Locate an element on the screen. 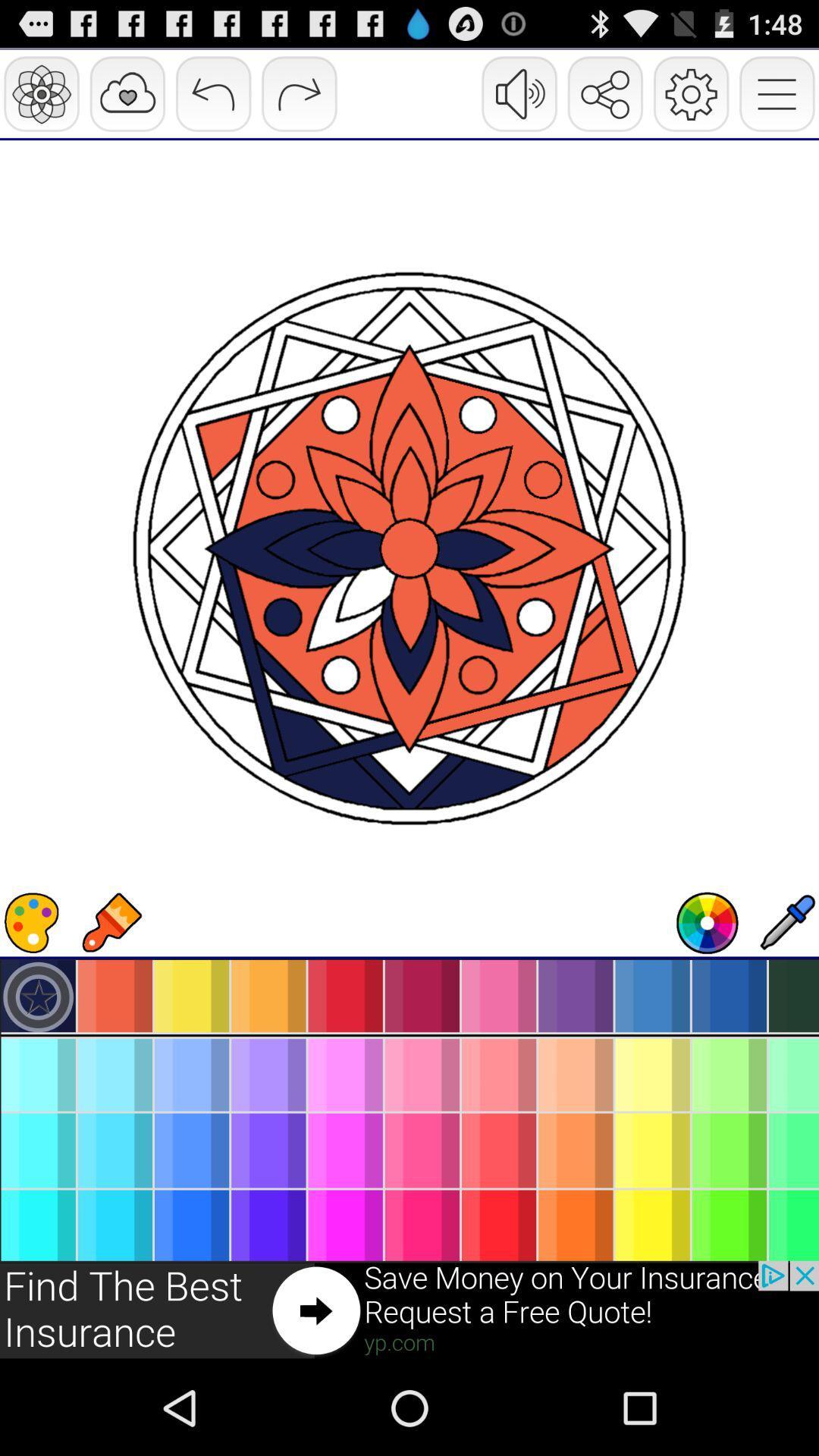 This screenshot has height=1456, width=819. paint brush selector is located at coordinates (110, 922).